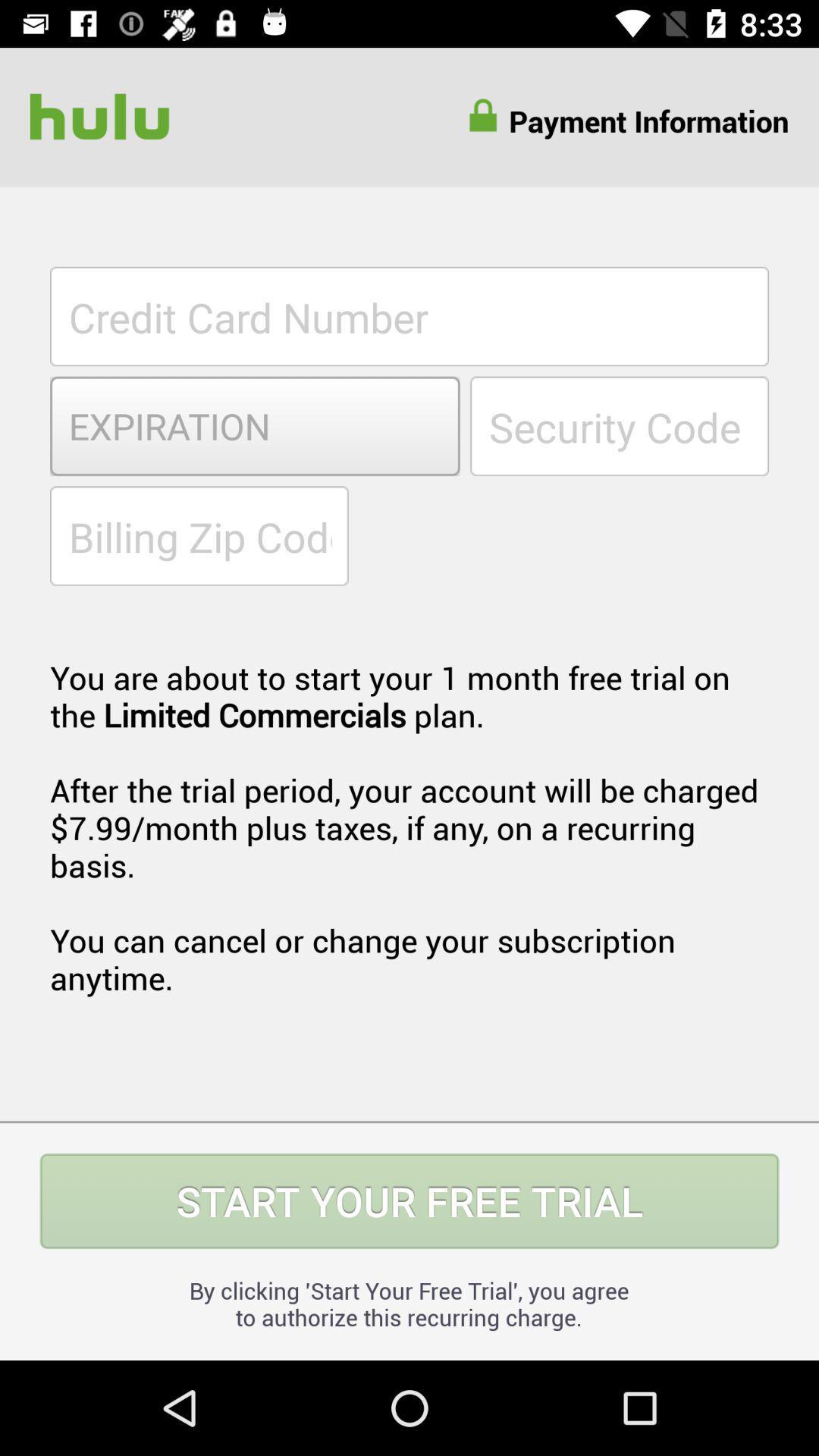  What do you see at coordinates (620, 425) in the screenshot?
I see `input card security code` at bounding box center [620, 425].